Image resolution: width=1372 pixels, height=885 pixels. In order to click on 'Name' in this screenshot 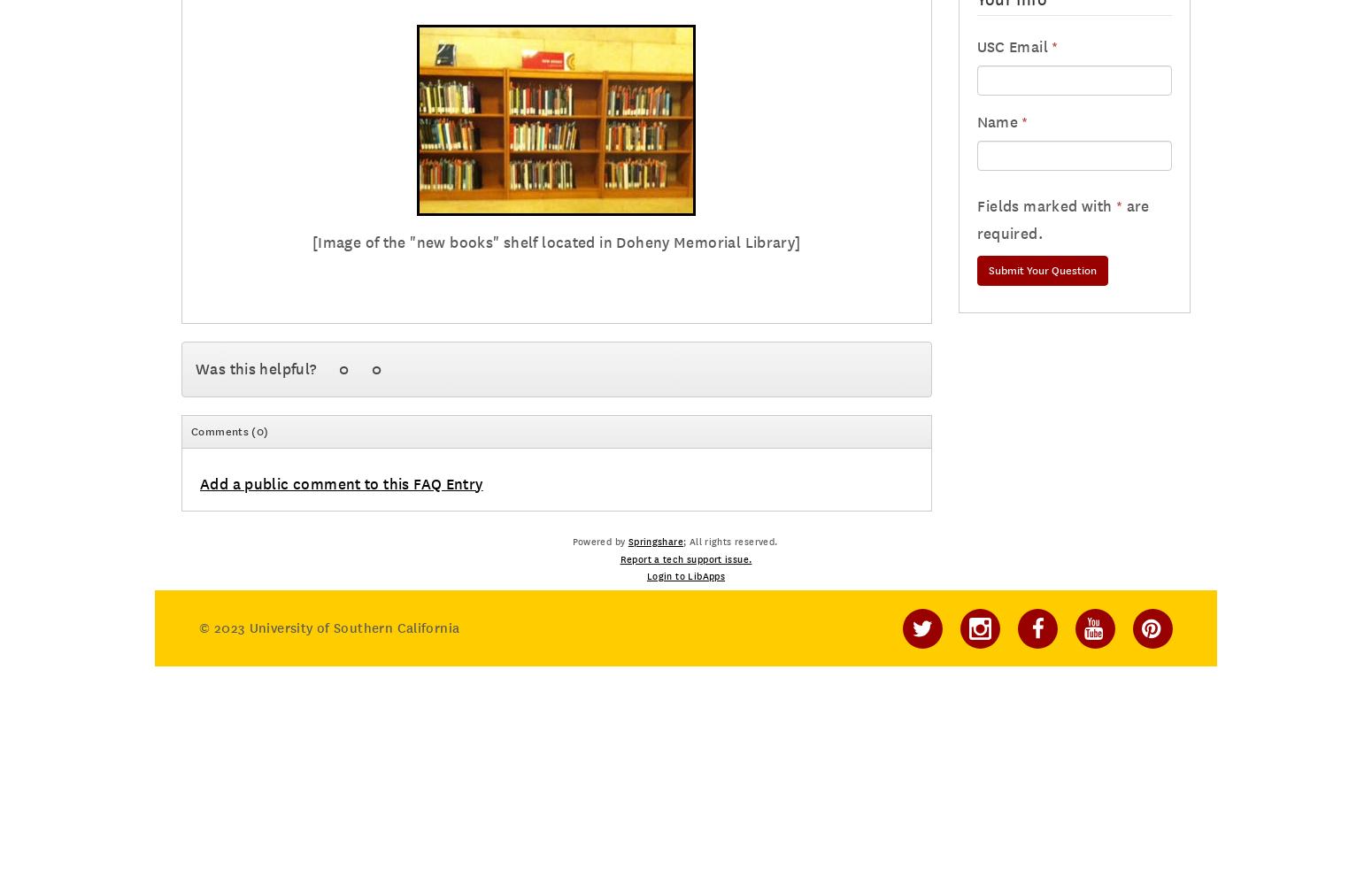, I will do `click(996, 122)`.